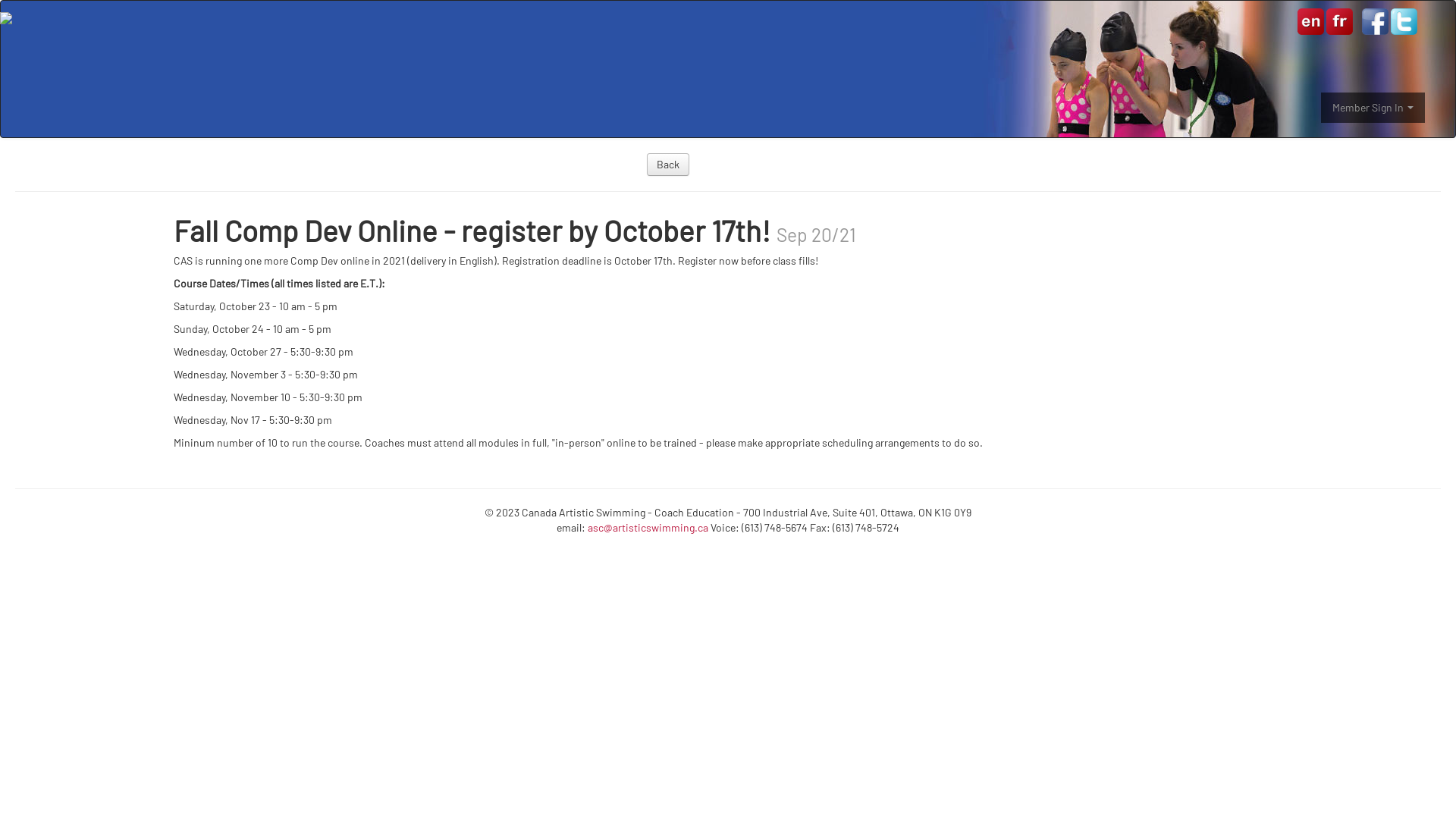 This screenshot has height=819, width=1456. What do you see at coordinates (1338, 20) in the screenshot?
I see `'Francais'` at bounding box center [1338, 20].